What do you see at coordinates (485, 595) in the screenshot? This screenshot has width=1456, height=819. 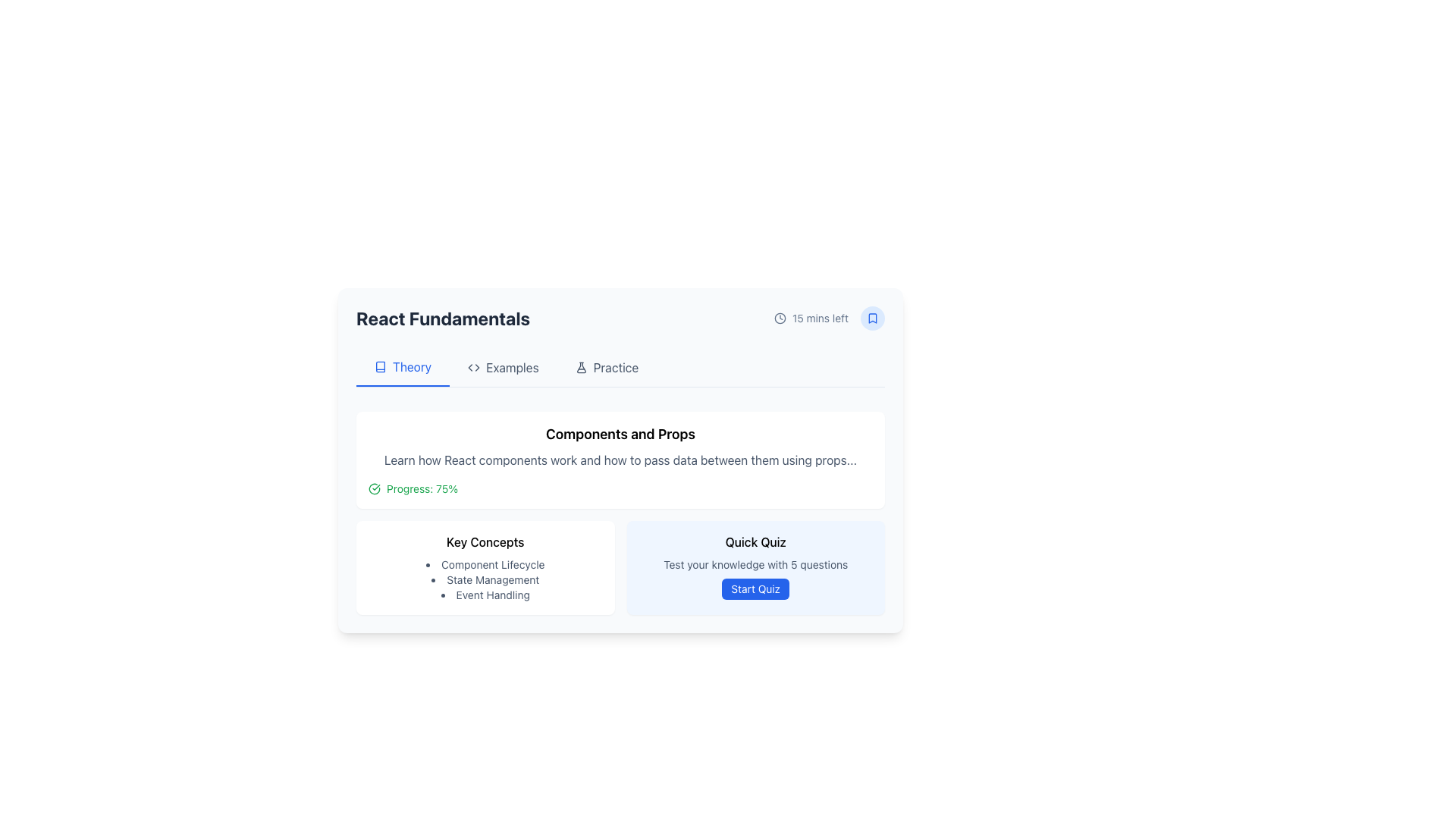 I see `the third text item in the vertical bullet list under the 'Key Concepts' section related to React development` at bounding box center [485, 595].